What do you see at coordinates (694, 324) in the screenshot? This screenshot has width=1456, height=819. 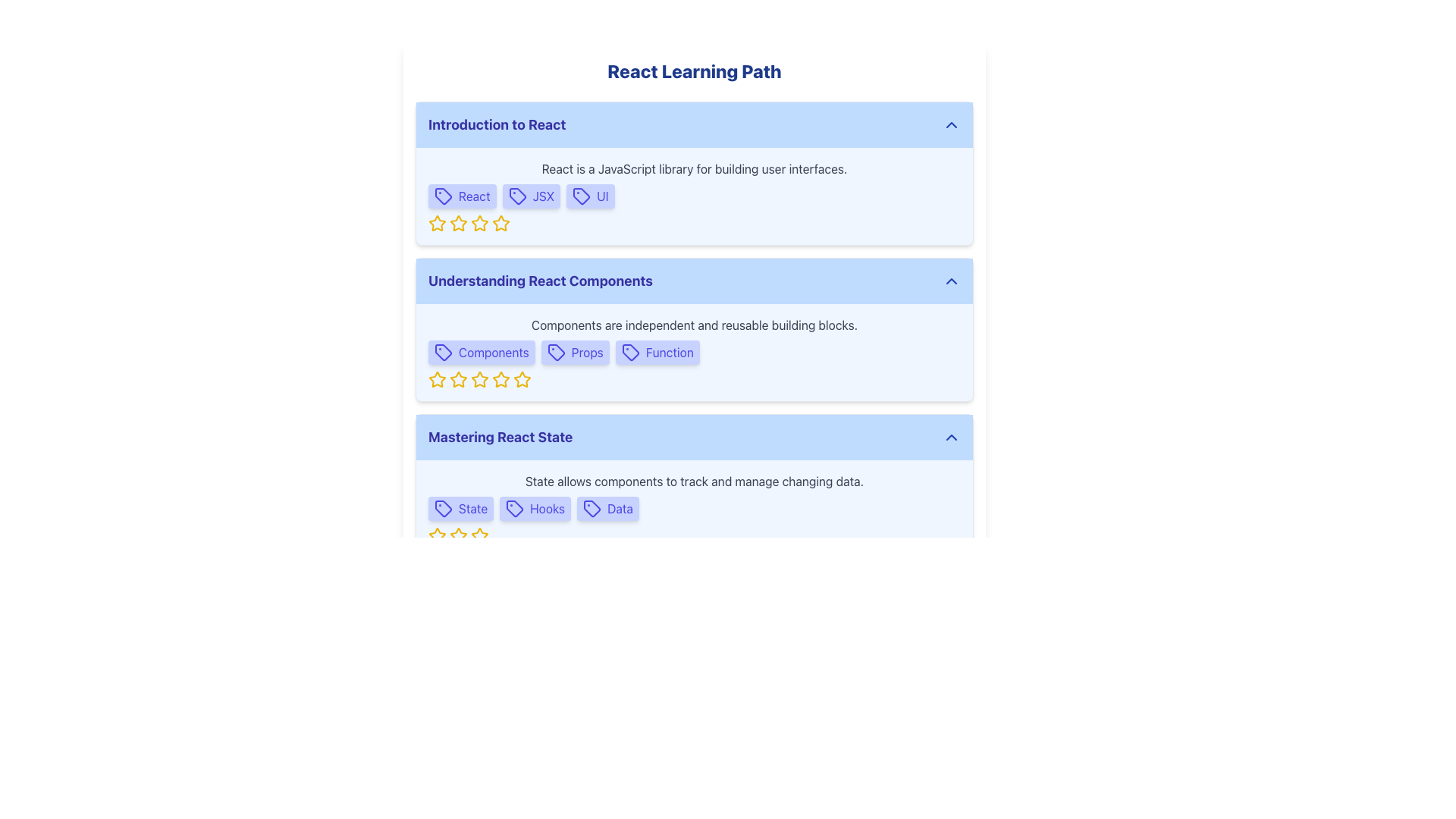 I see `to select the text block displaying 'Components are independent and reusable building blocks.' located within the highlighted module 'Understanding React Components'` at bounding box center [694, 324].